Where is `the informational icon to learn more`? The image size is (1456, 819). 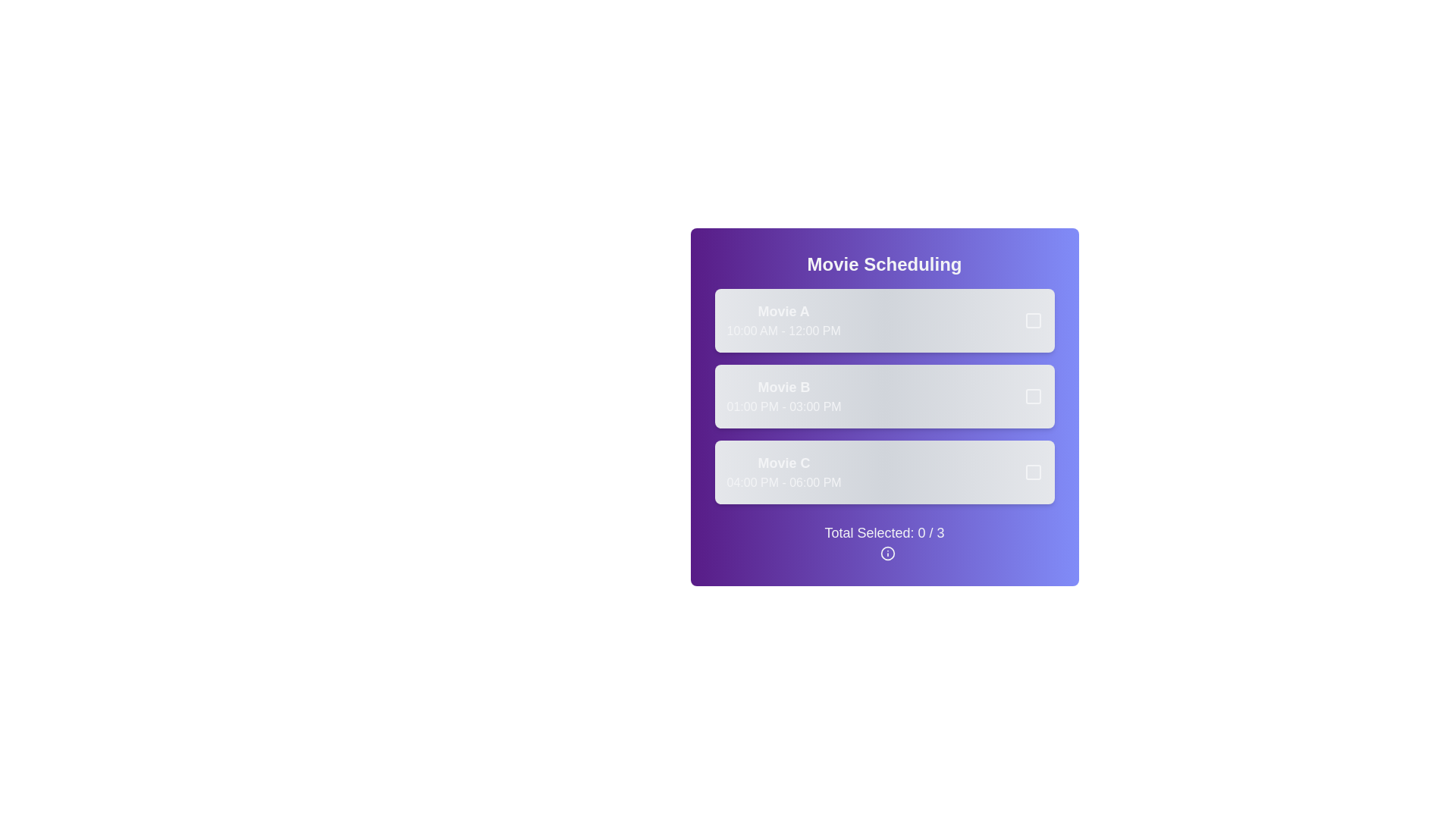 the informational icon to learn more is located at coordinates (887, 553).